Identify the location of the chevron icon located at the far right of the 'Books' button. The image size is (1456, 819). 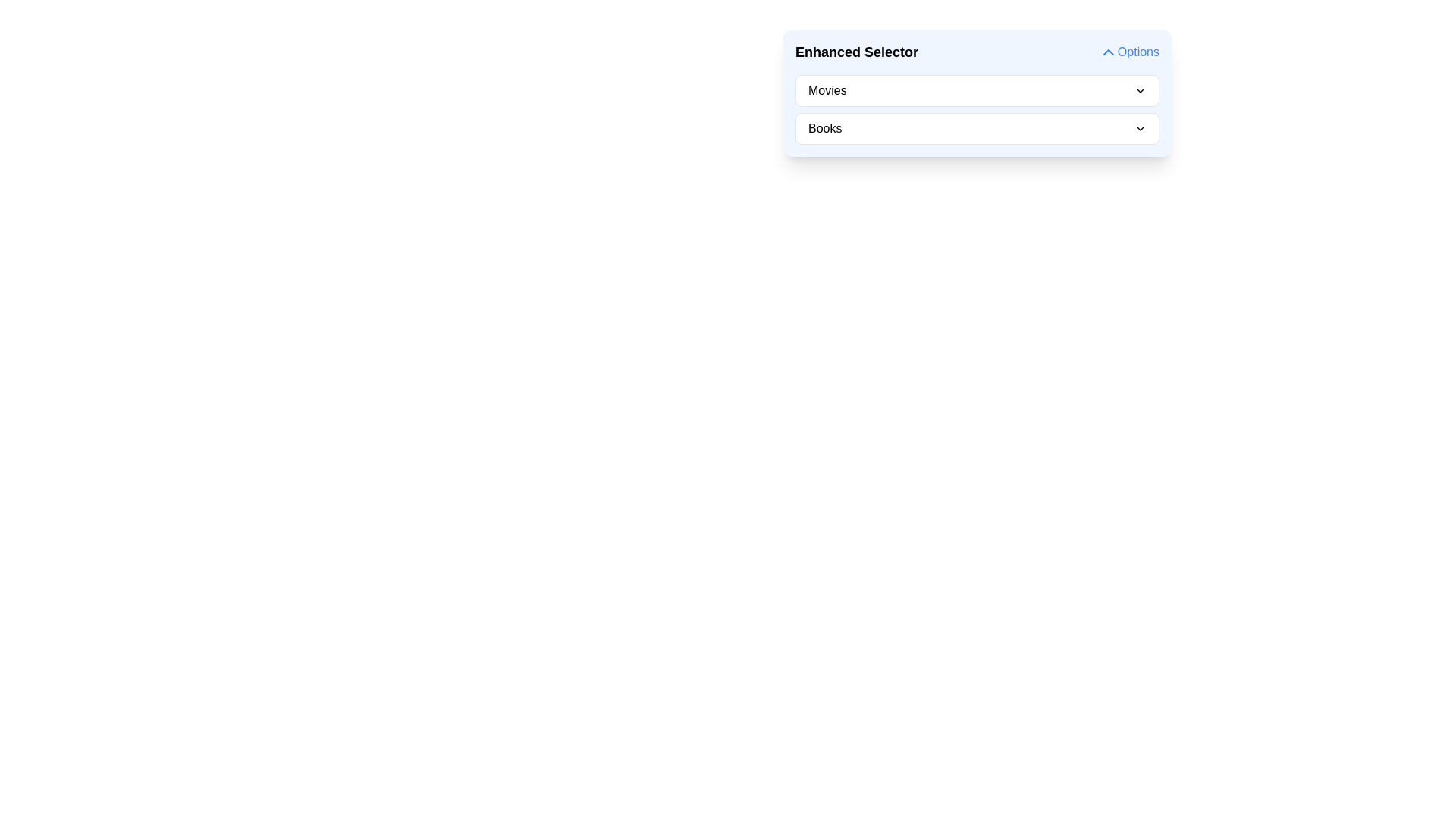
(1140, 127).